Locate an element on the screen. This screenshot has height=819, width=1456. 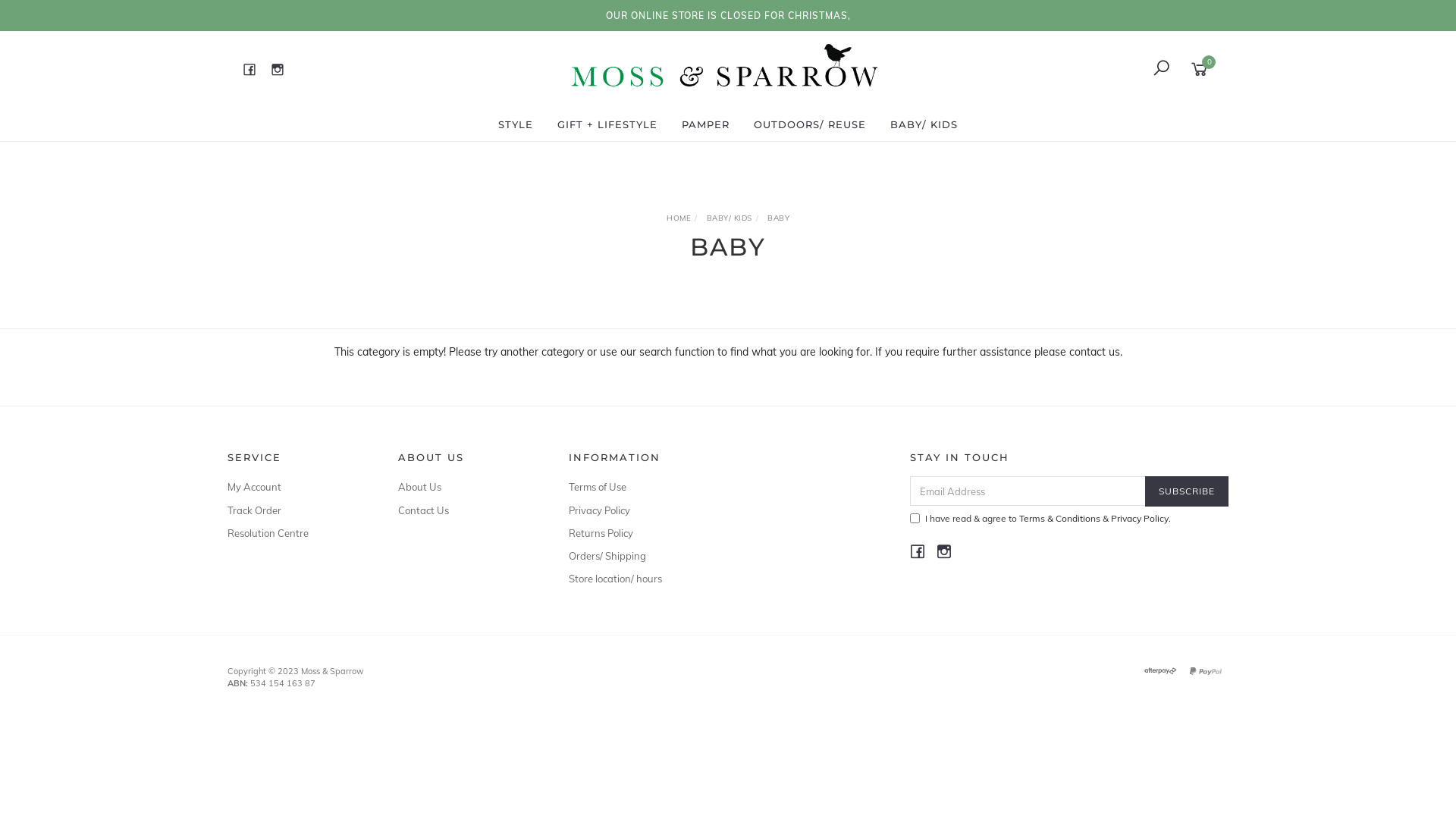
'Subscribe' is located at coordinates (1145, 491).